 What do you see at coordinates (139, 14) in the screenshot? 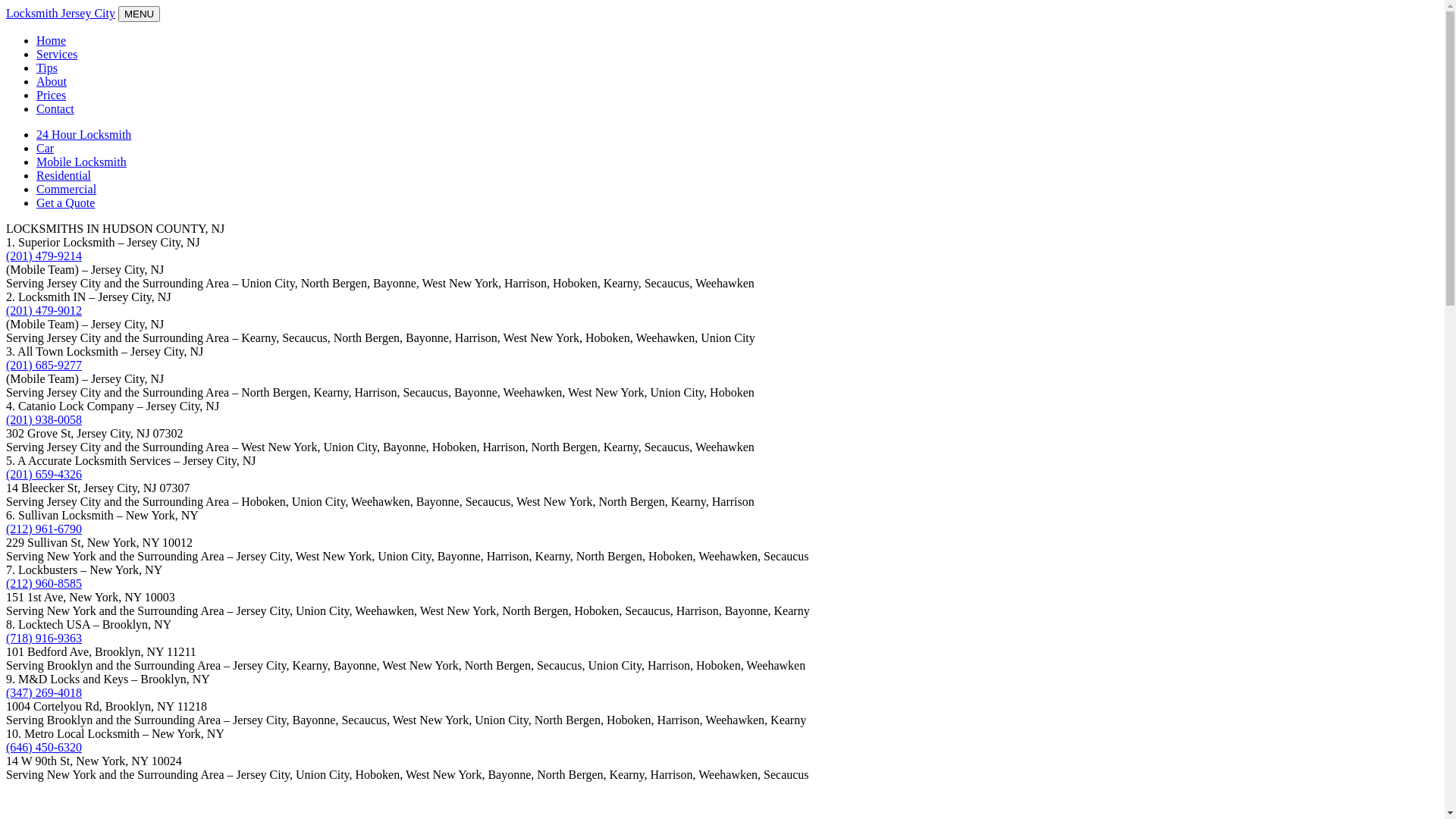
I see `'MENU'` at bounding box center [139, 14].